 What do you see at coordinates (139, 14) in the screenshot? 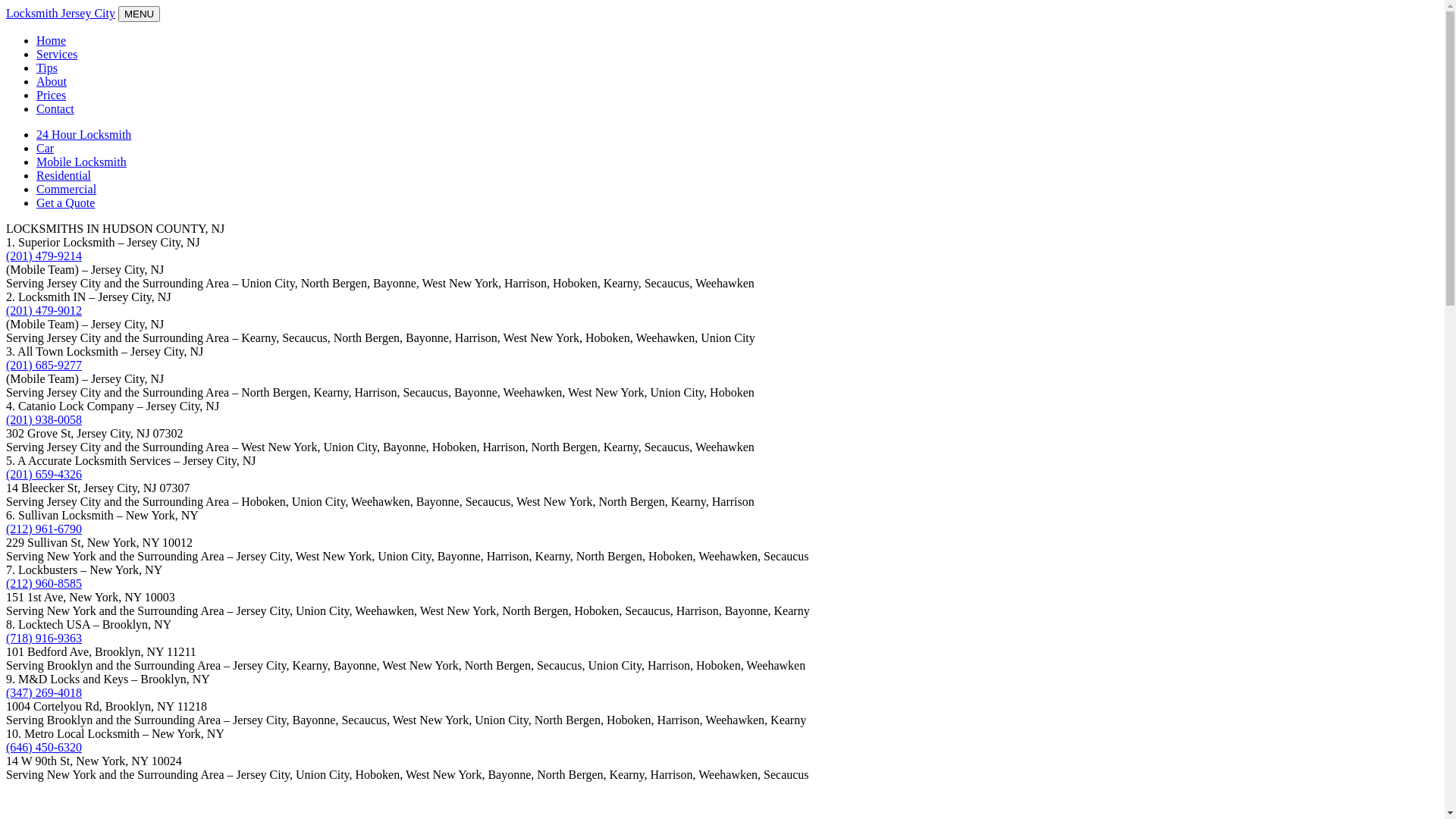
I see `'MENU'` at bounding box center [139, 14].